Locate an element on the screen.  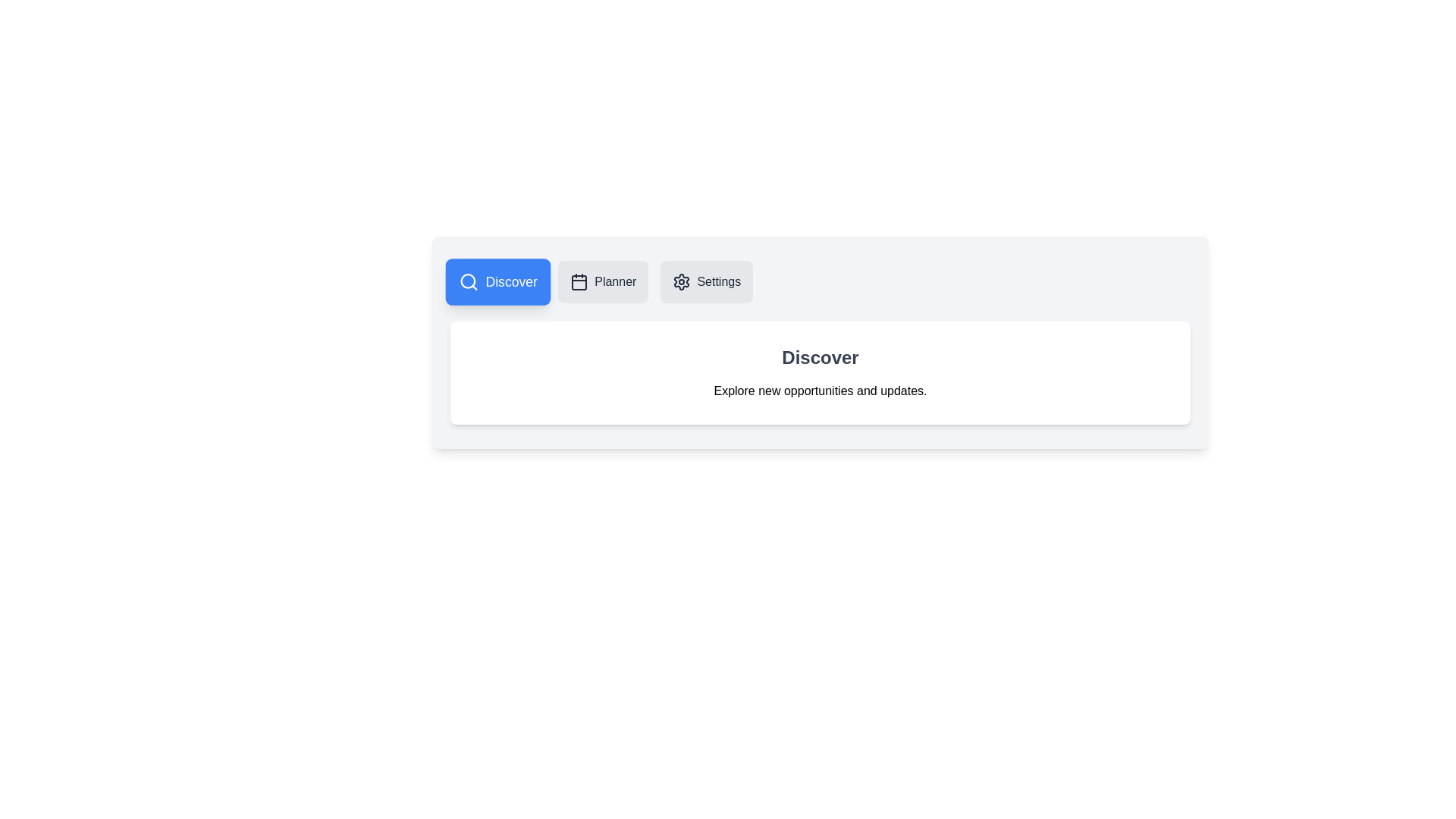
the tab labeled Discover to view its content is located at coordinates (498, 281).